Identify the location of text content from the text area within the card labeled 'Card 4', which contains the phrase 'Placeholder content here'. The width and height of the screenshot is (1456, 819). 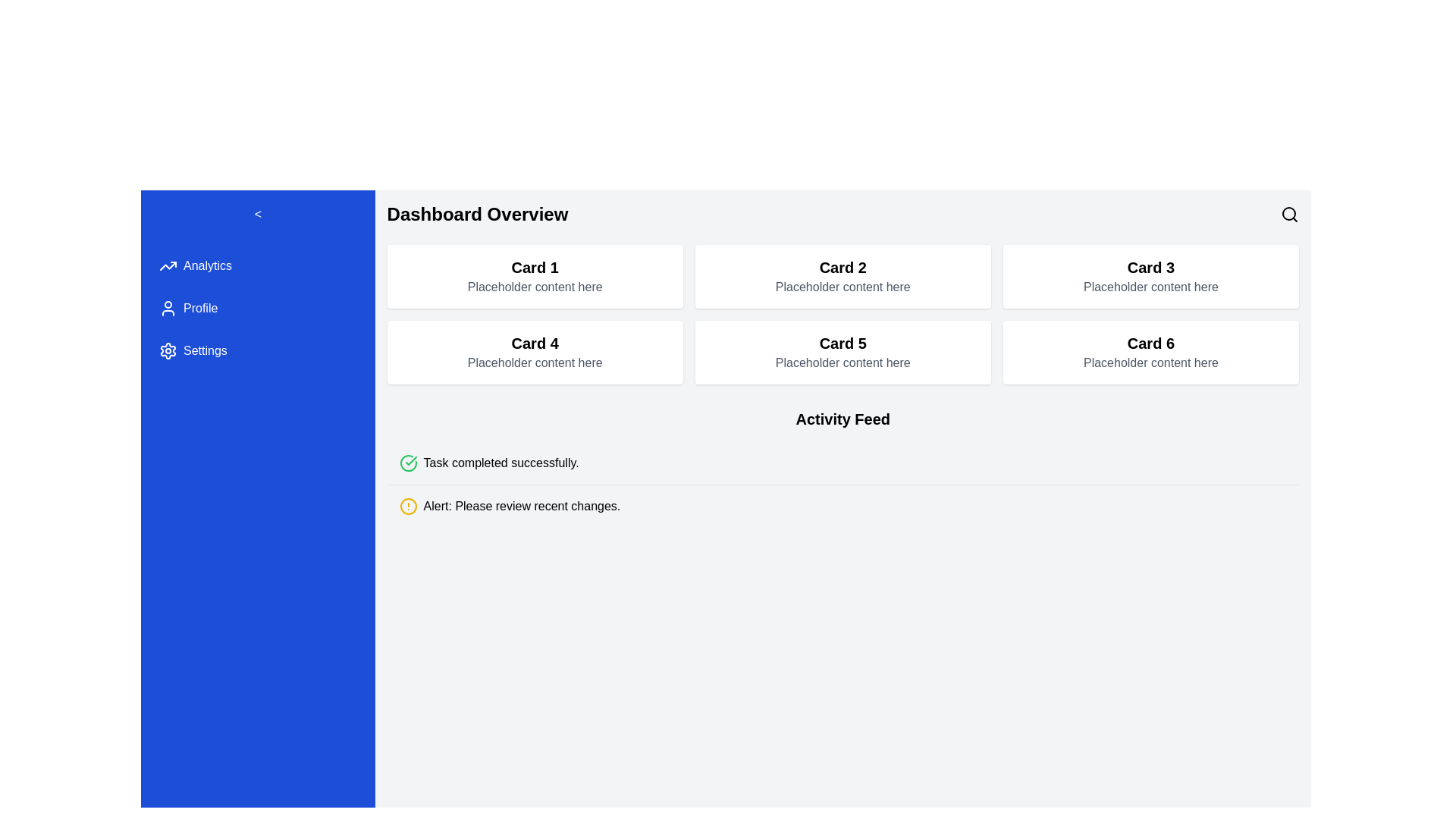
(535, 362).